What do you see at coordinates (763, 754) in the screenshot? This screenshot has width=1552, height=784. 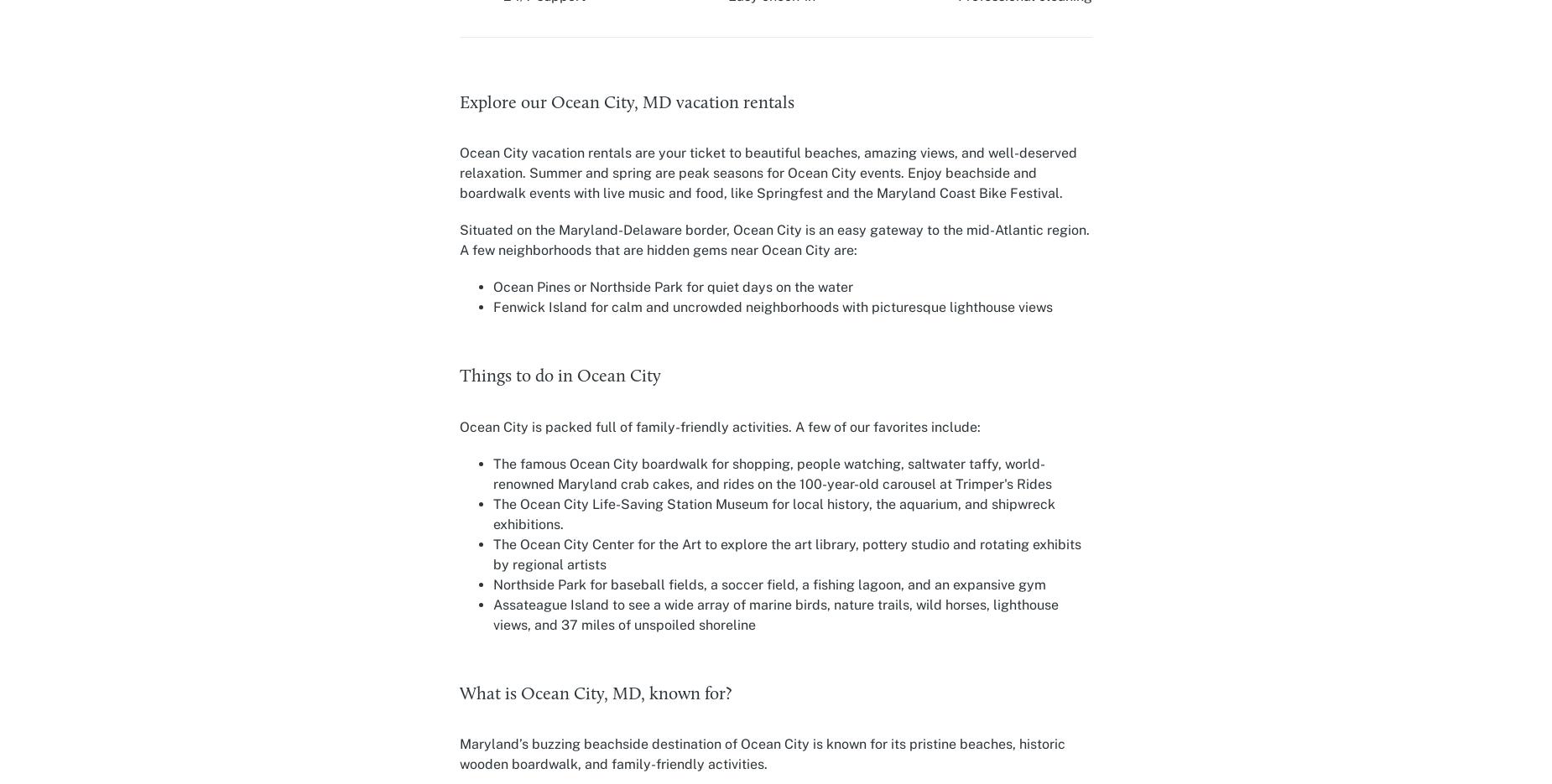 I see `'Maryland’s buzzing beachside destination of Ocean City is known for its pristine beaches, historic wooden boardwalk, and family-friendly activities.'` at bounding box center [763, 754].